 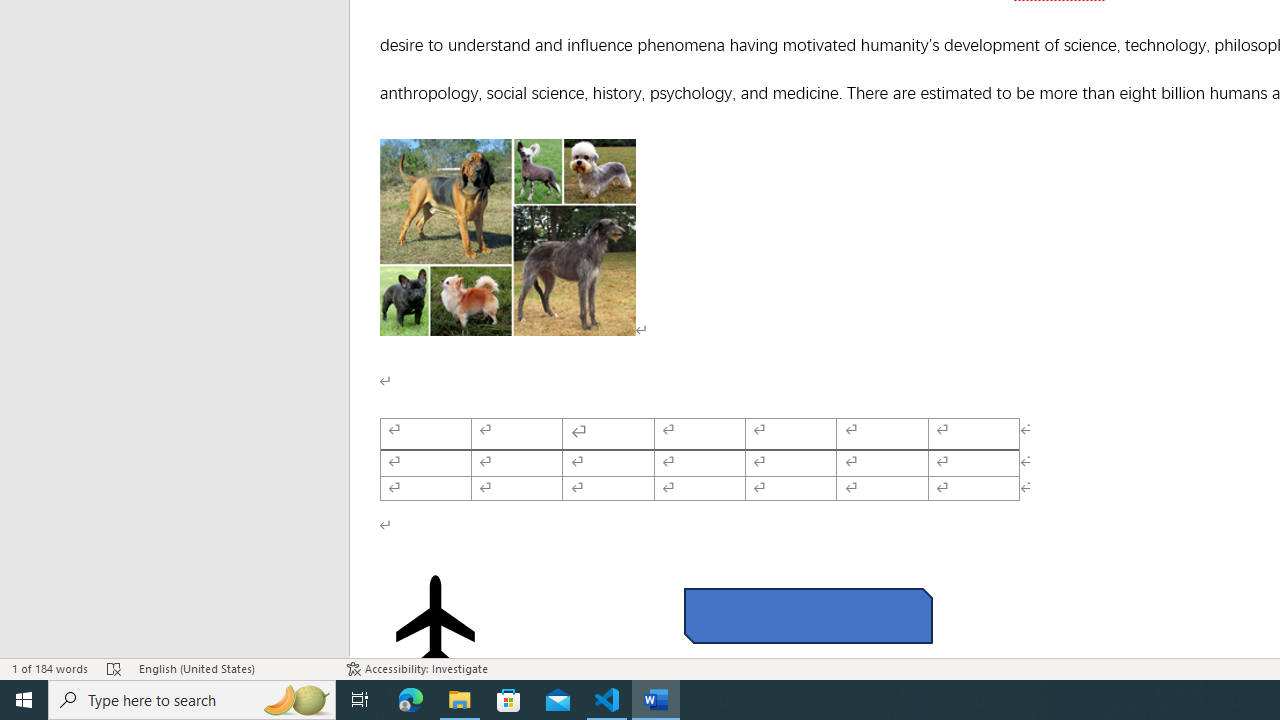 What do you see at coordinates (656, 698) in the screenshot?
I see `'Word - 1 running window'` at bounding box center [656, 698].